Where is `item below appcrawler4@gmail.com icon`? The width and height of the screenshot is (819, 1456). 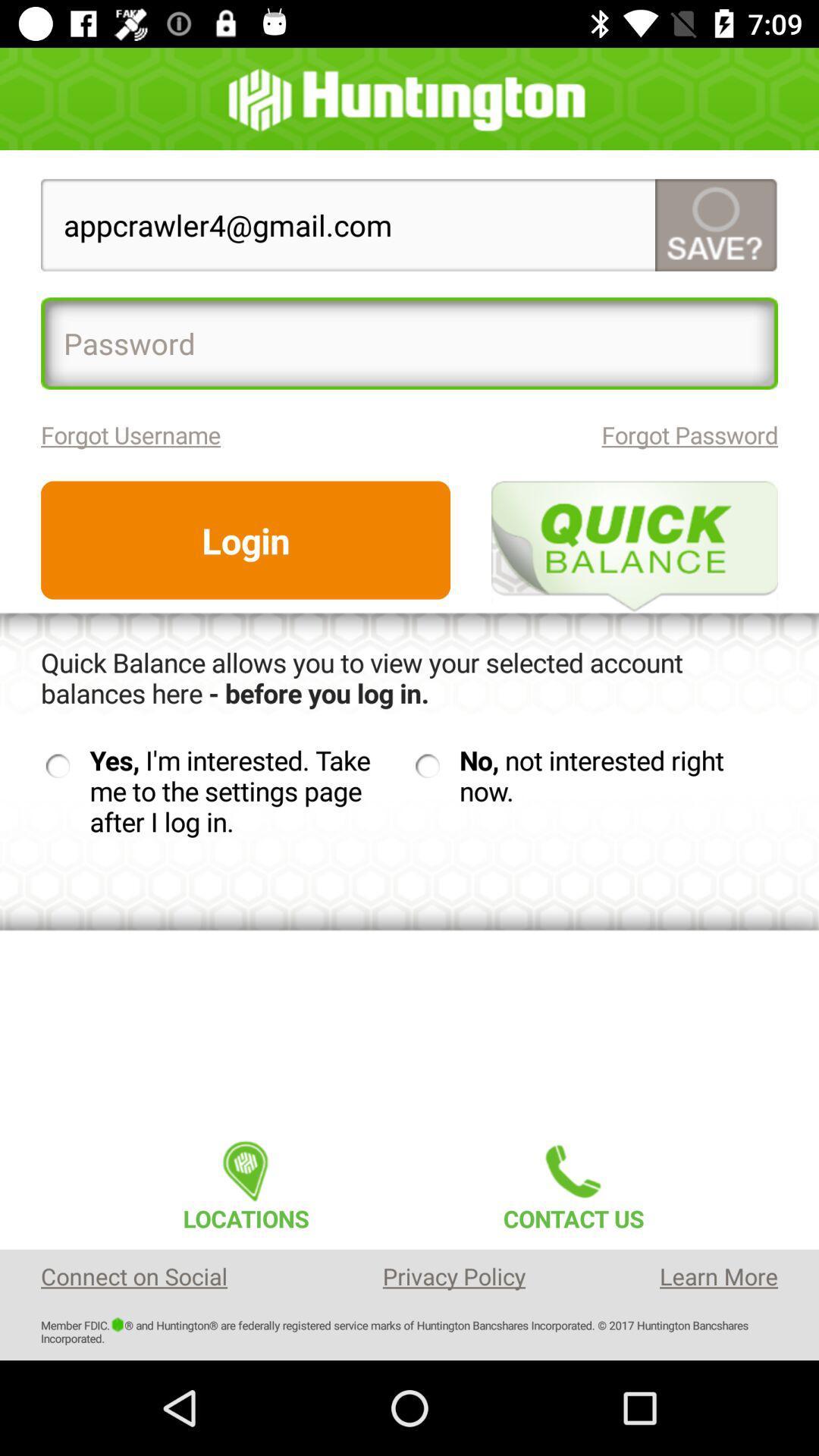
item below appcrawler4@gmail.com icon is located at coordinates (409, 342).